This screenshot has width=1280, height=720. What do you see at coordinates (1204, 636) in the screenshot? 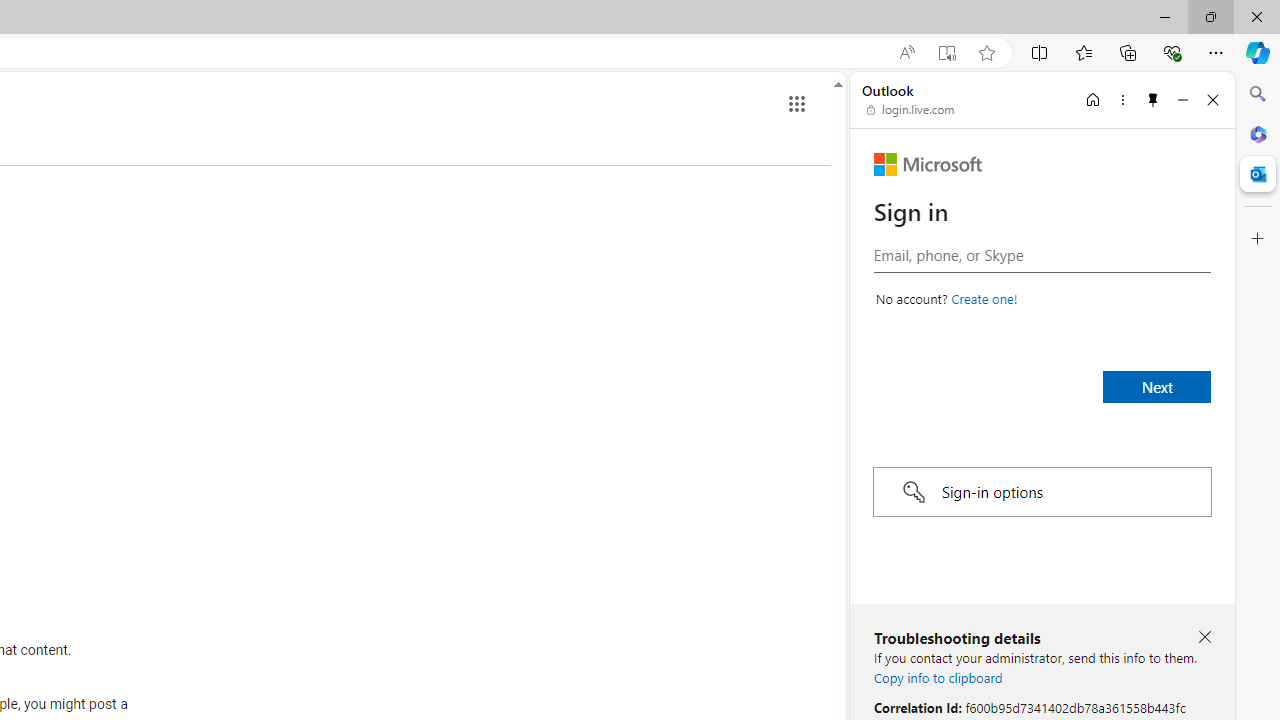
I see `'Close troubleshooting details'` at bounding box center [1204, 636].